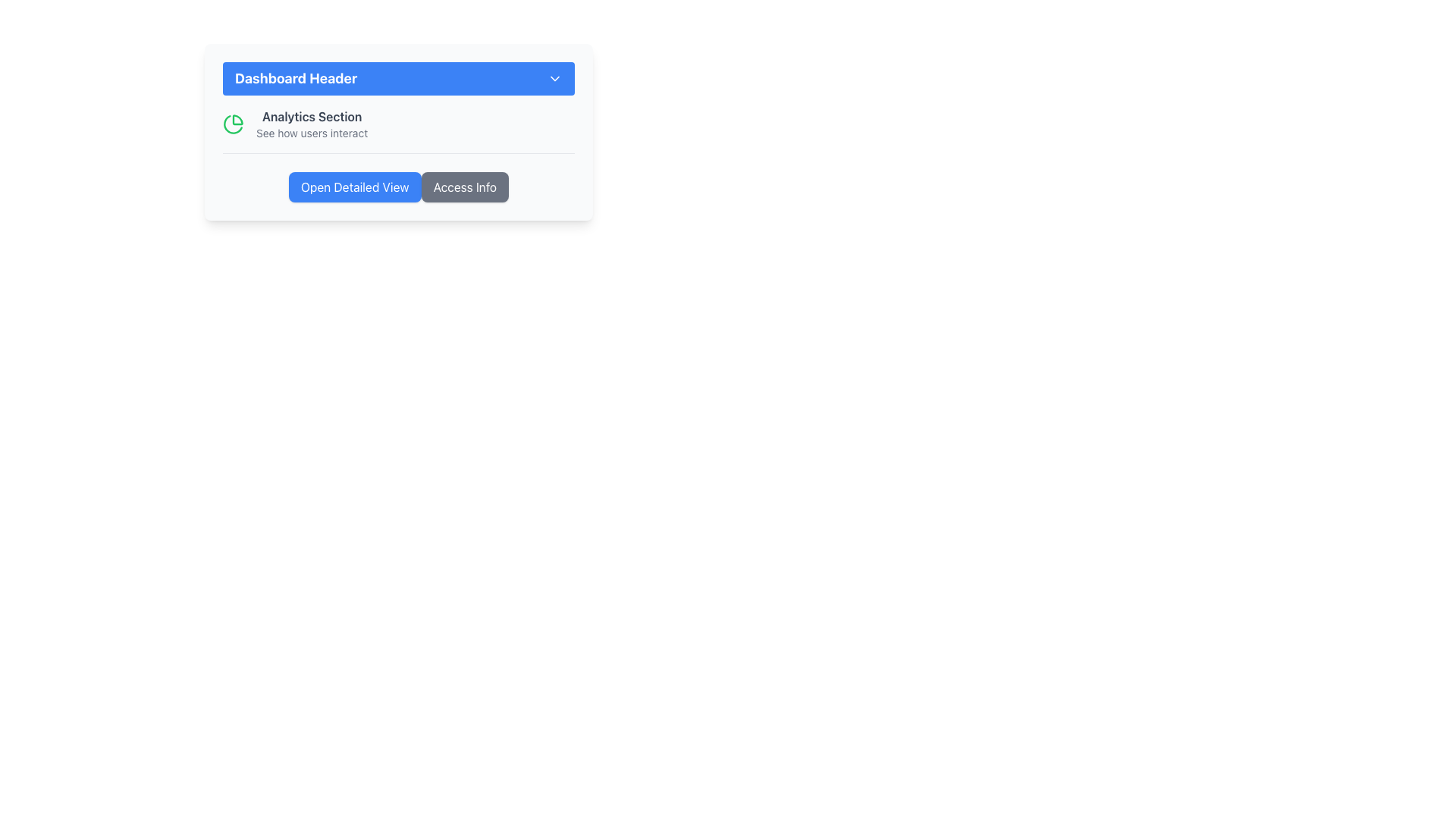 This screenshot has width=1456, height=819. Describe the element at coordinates (354, 186) in the screenshot. I see `the 'Open Detailed View' button located in the 'Analytics Section' to make it active` at that location.